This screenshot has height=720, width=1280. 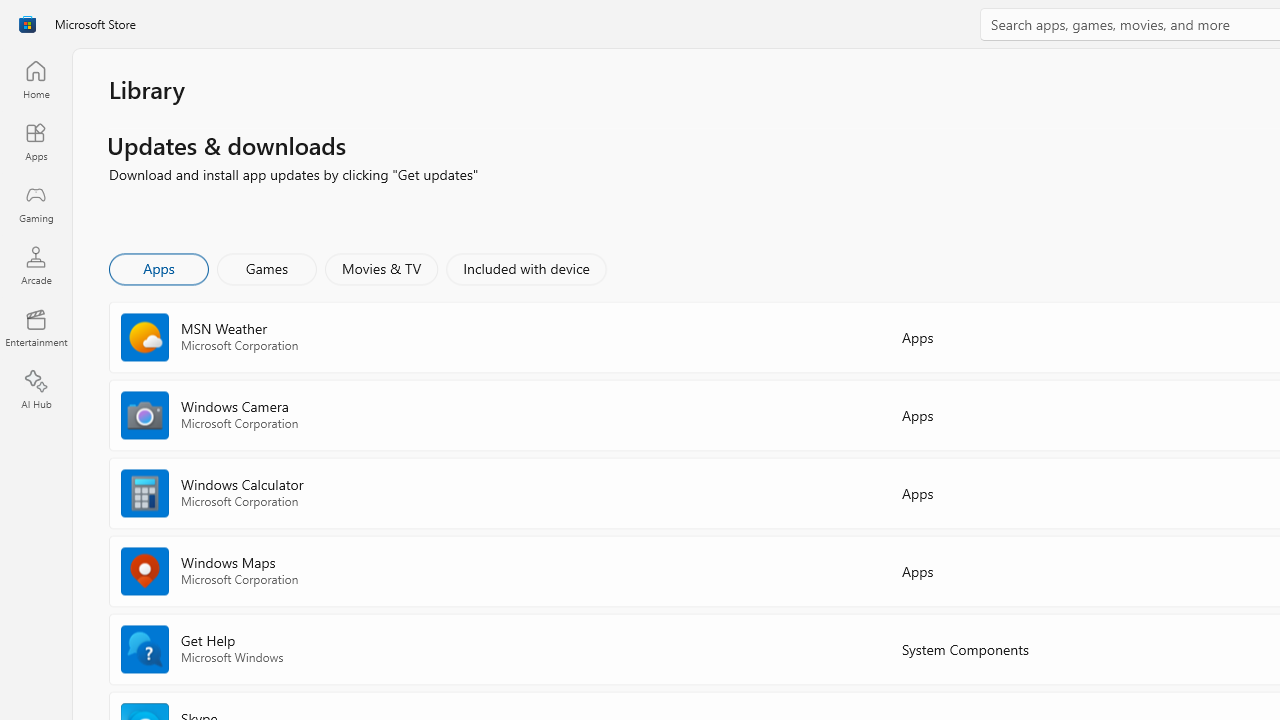 What do you see at coordinates (35, 203) in the screenshot?
I see `'Gaming'` at bounding box center [35, 203].